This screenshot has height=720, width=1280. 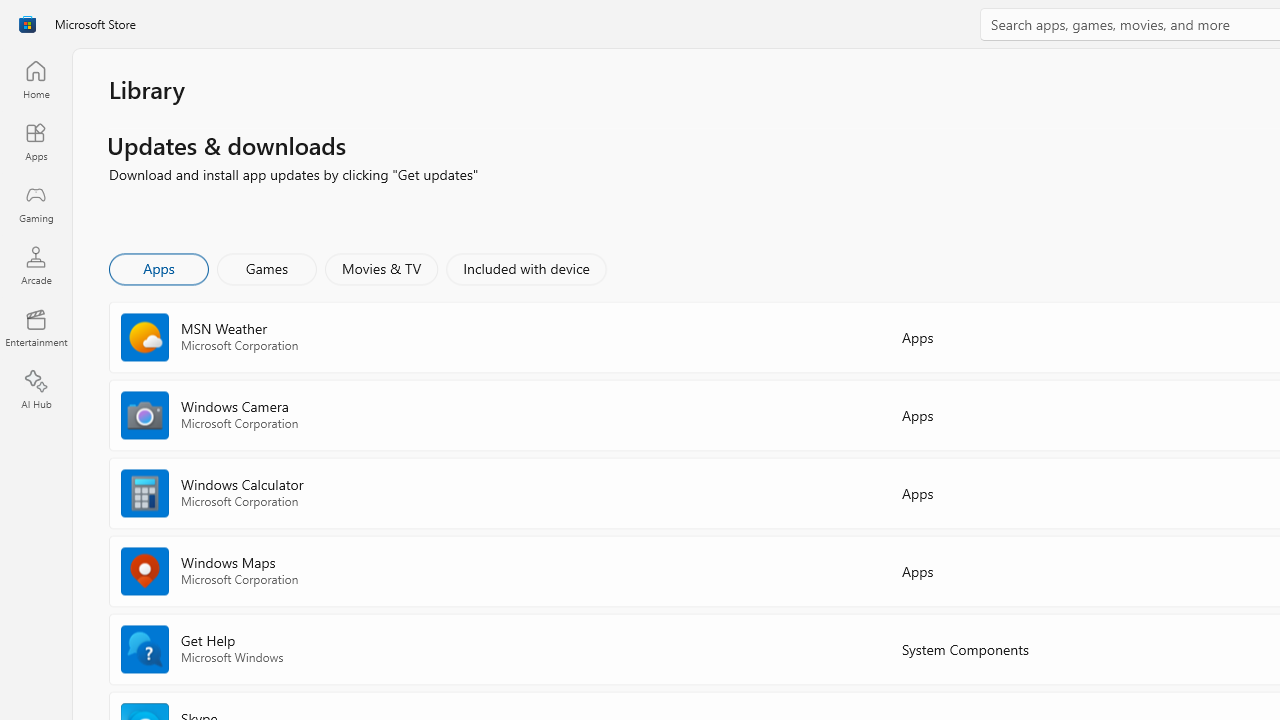 What do you see at coordinates (35, 203) in the screenshot?
I see `'Gaming'` at bounding box center [35, 203].